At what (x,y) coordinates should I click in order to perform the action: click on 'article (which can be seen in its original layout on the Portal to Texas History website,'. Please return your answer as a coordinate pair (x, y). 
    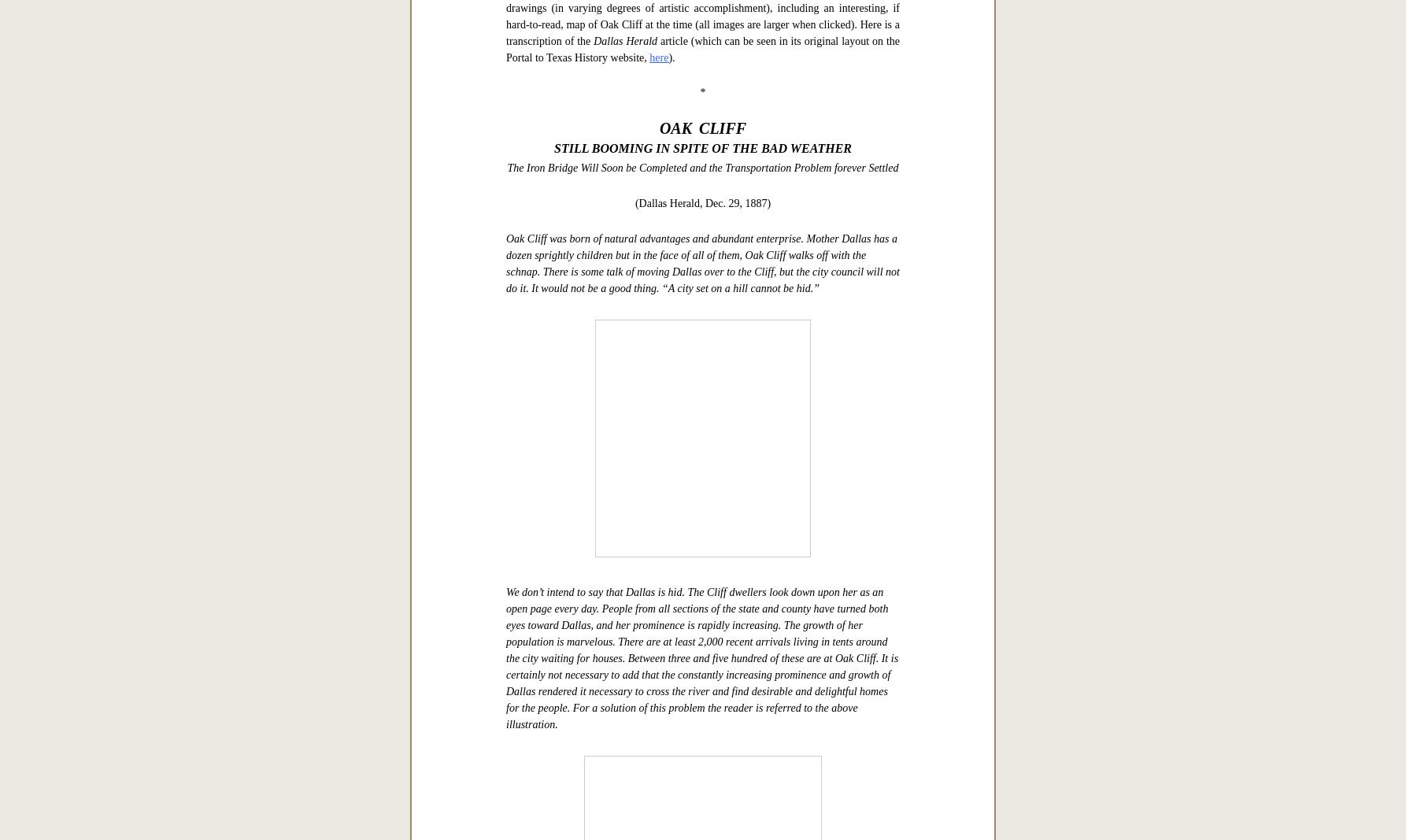
    Looking at the image, I should click on (703, 543).